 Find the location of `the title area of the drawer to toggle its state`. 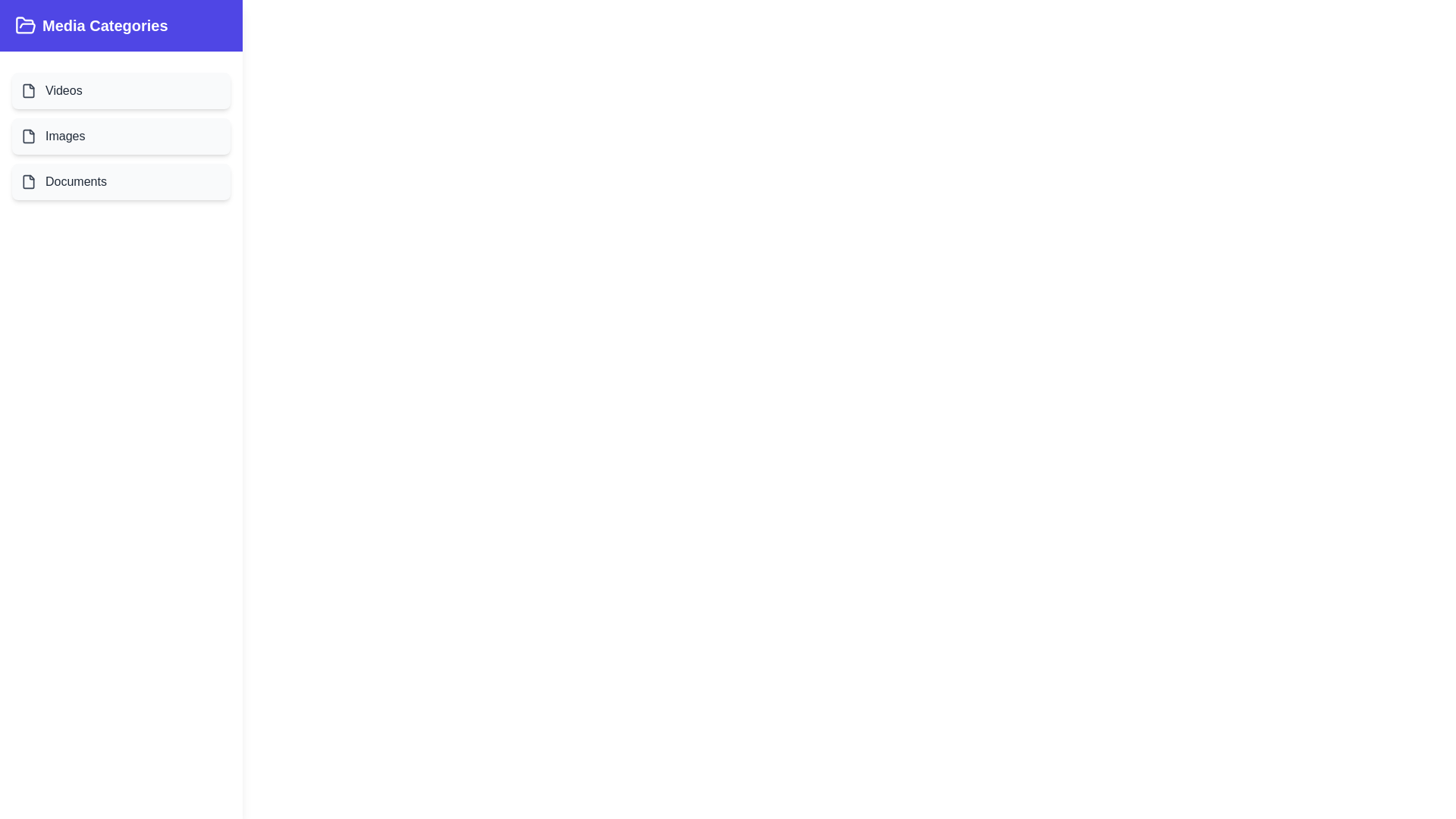

the title area of the drawer to toggle its state is located at coordinates (120, 26).